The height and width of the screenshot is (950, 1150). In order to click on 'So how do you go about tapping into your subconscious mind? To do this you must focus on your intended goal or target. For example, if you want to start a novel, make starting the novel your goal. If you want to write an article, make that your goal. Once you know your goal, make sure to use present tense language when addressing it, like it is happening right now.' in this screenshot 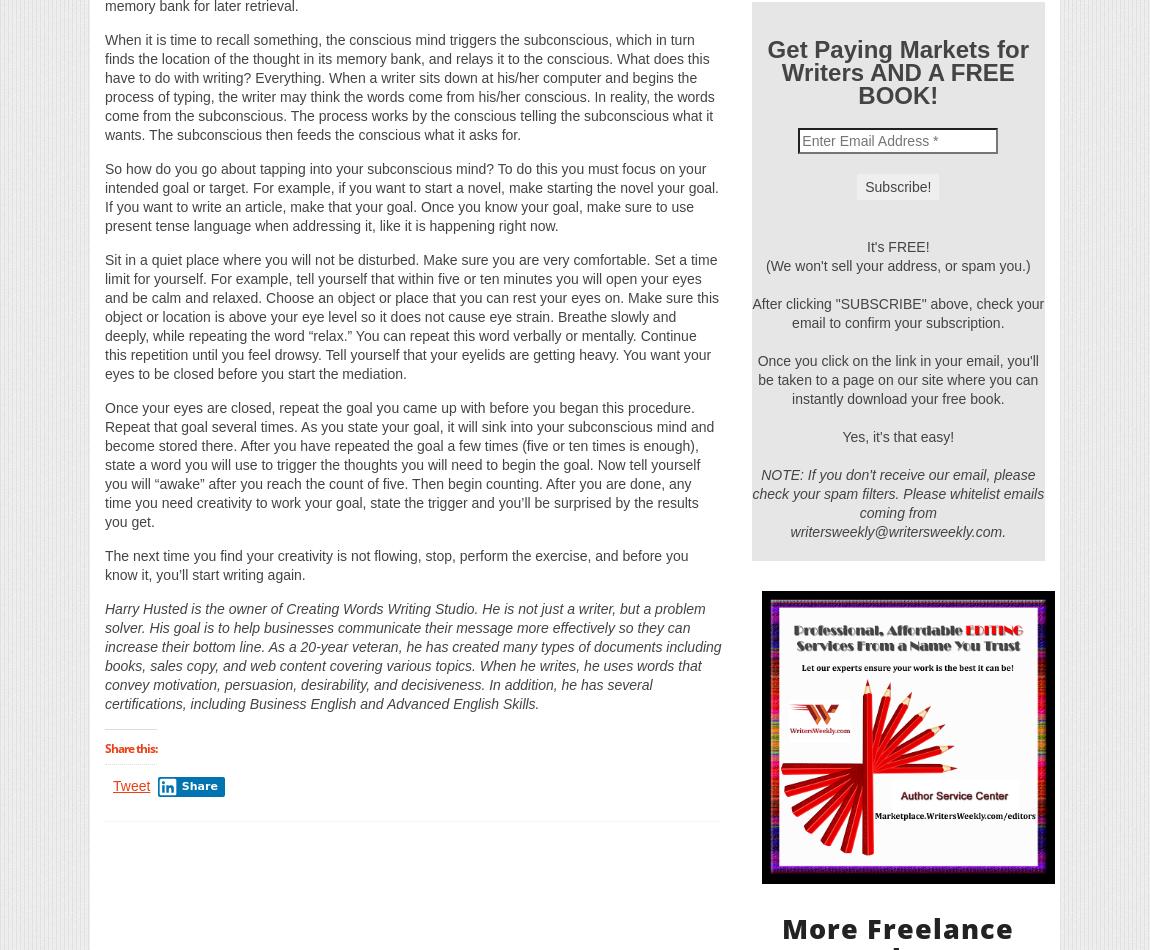, I will do `click(412, 196)`.